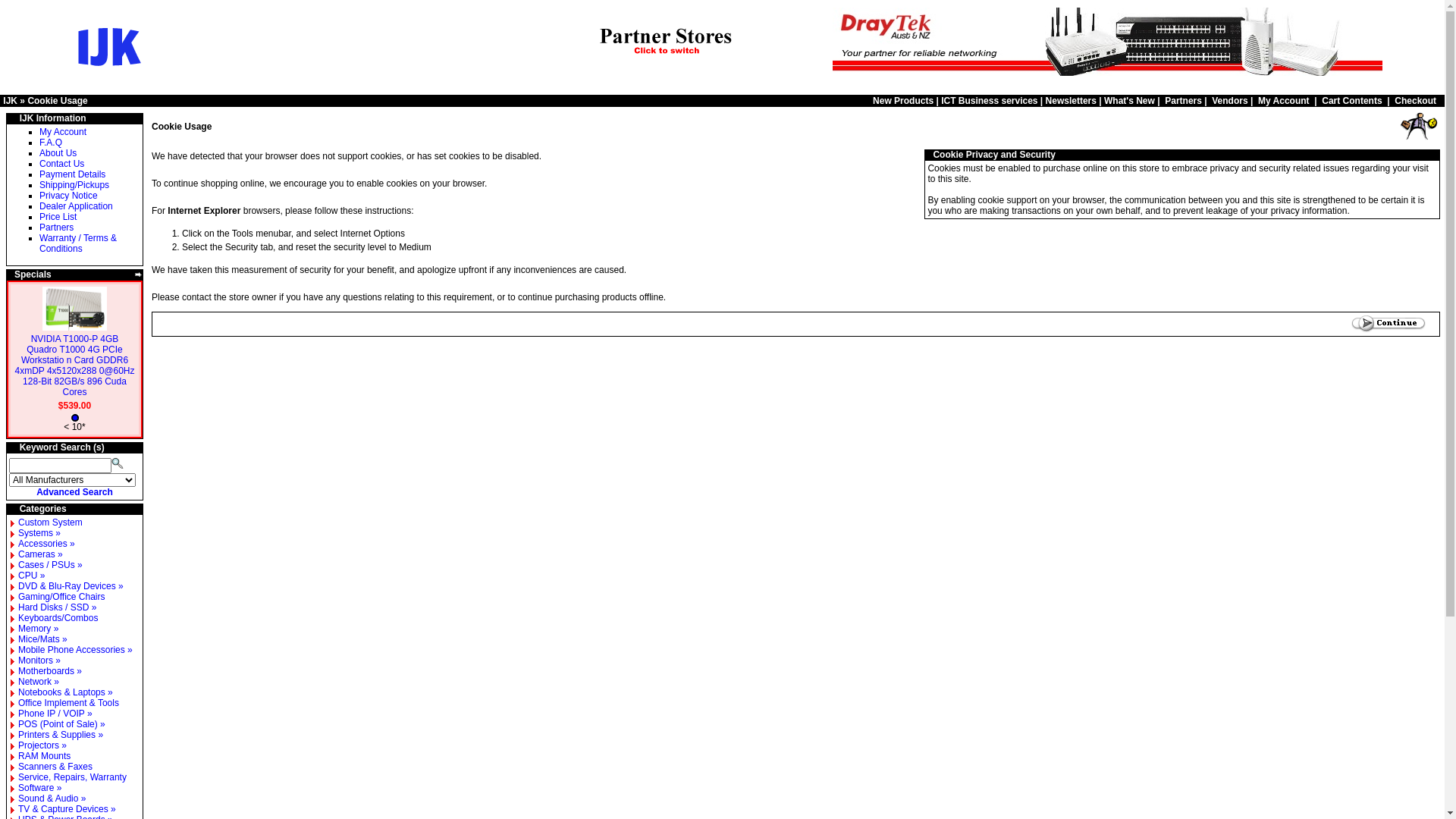  I want to click on ' Continue ', so click(1388, 323).